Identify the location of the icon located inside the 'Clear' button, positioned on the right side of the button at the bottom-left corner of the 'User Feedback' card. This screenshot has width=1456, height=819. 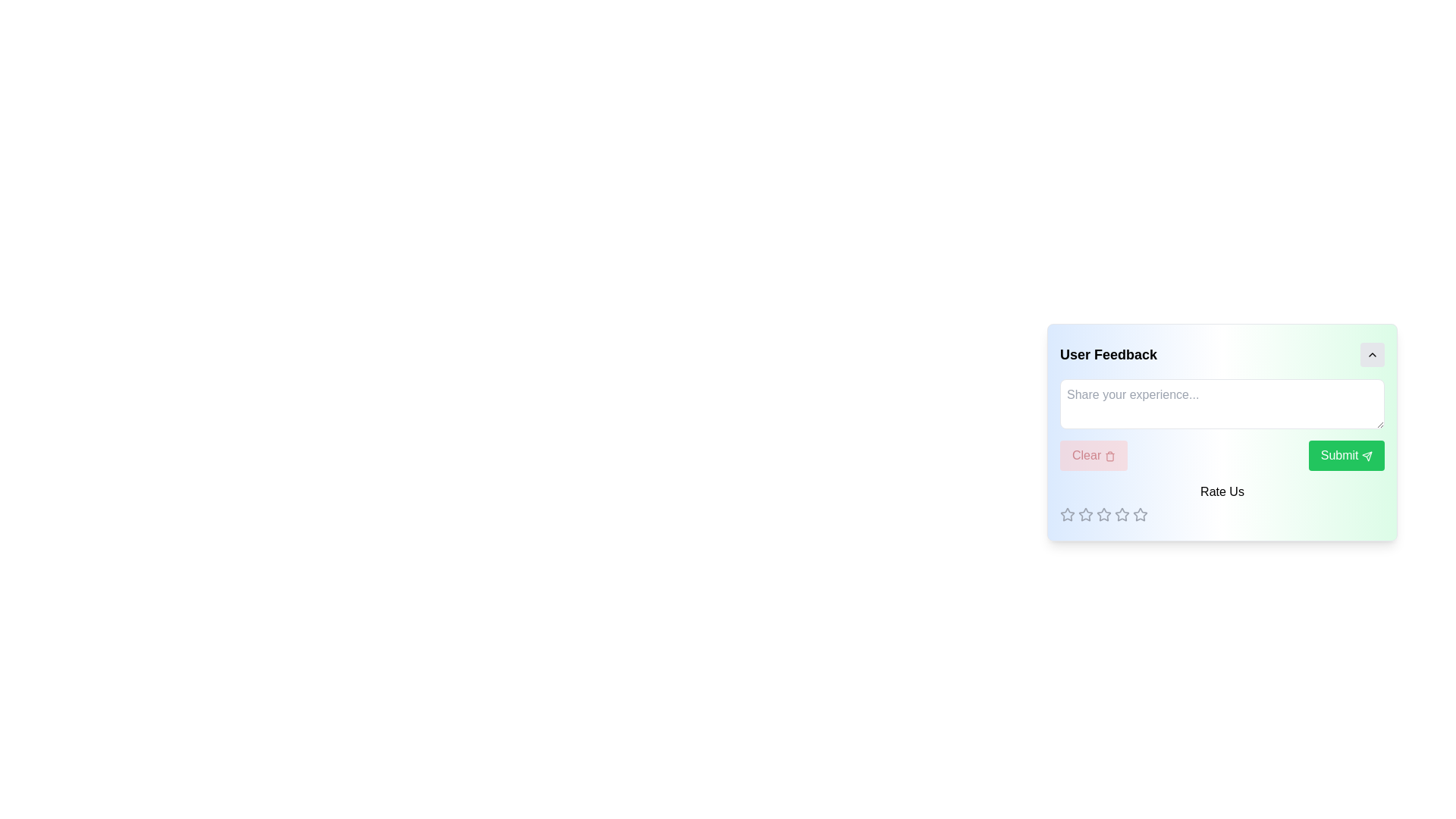
(1109, 455).